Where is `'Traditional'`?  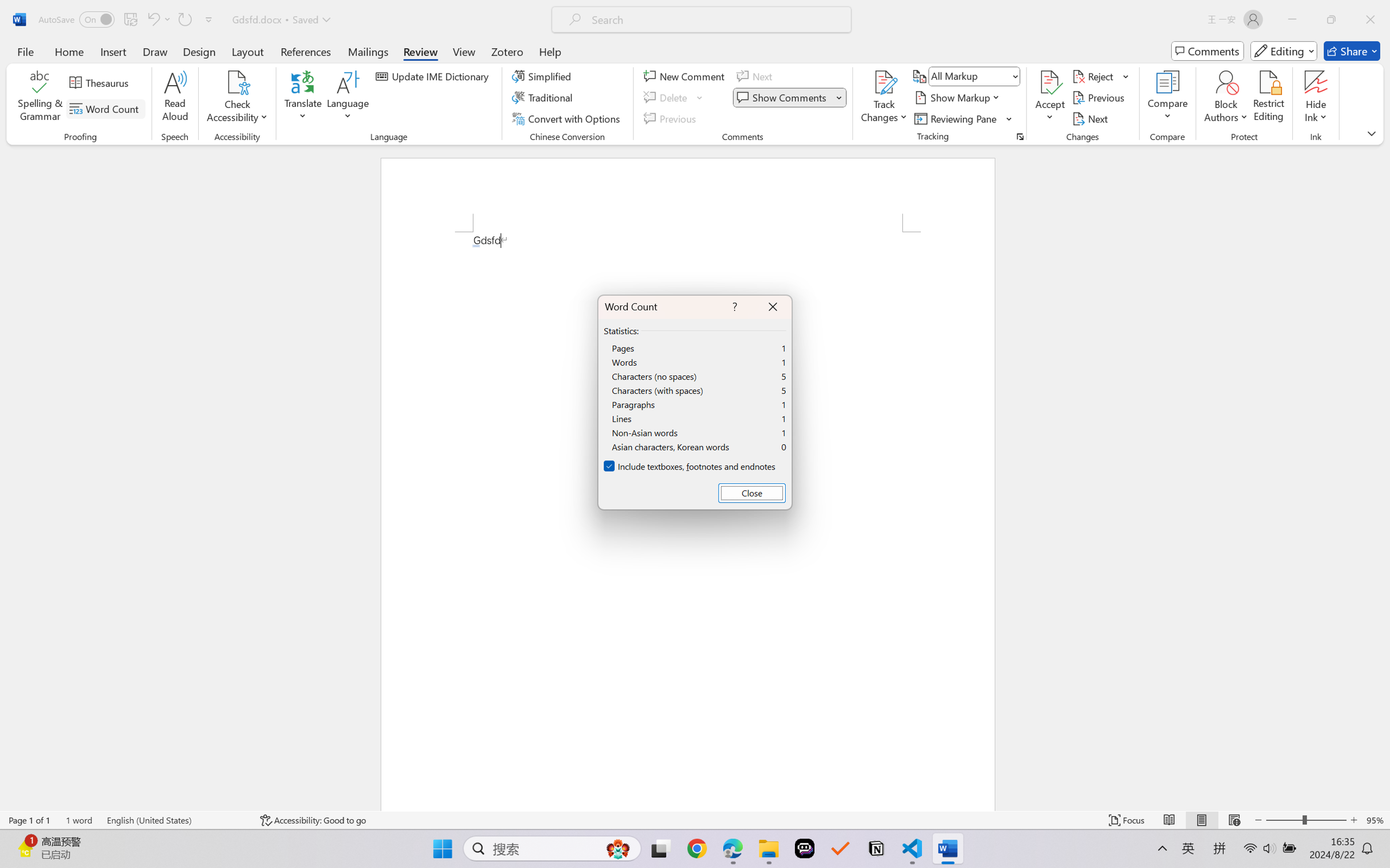
'Traditional' is located at coordinates (543, 98).